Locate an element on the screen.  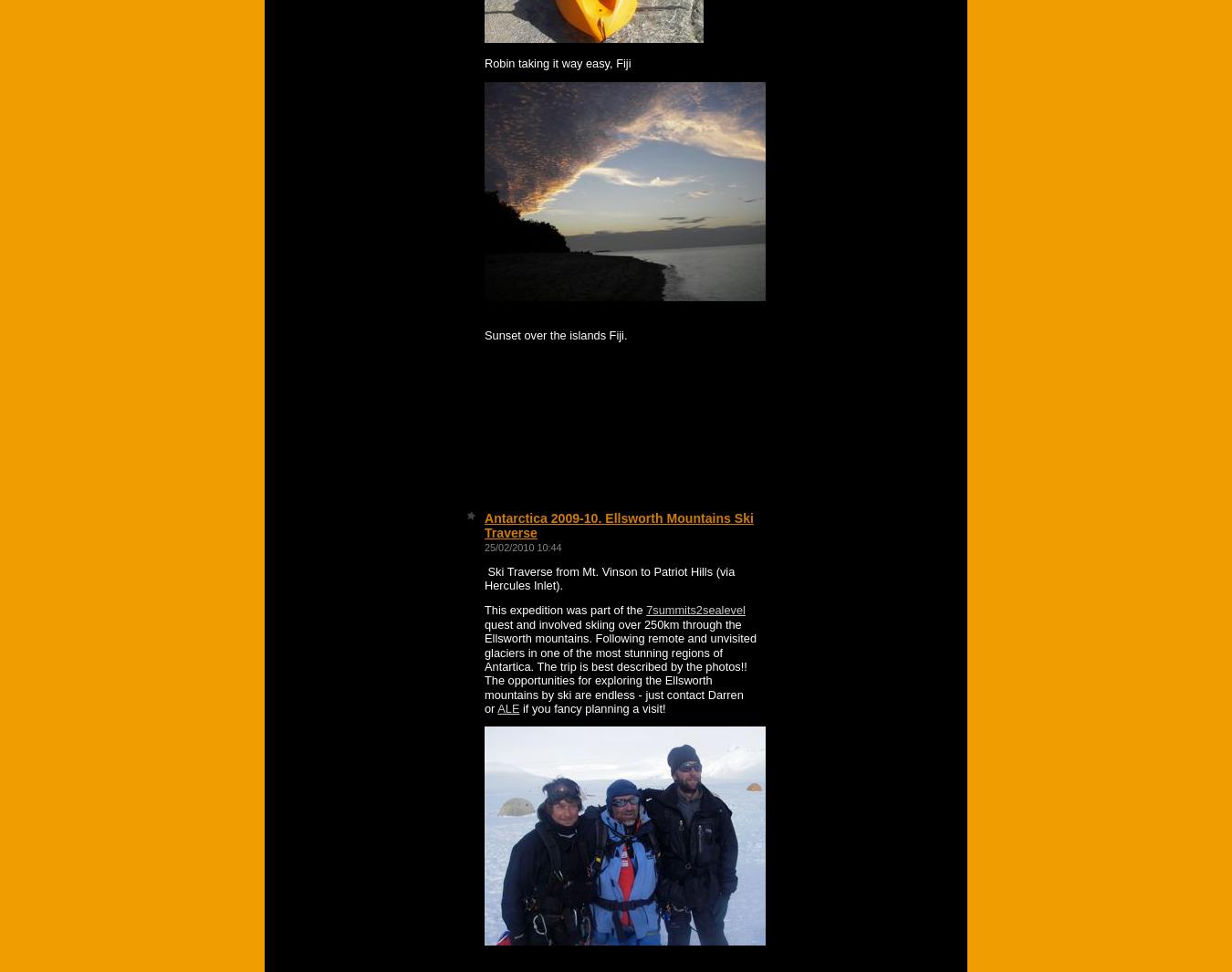
'Sunset over the islands Fiji.' is located at coordinates (555, 334).